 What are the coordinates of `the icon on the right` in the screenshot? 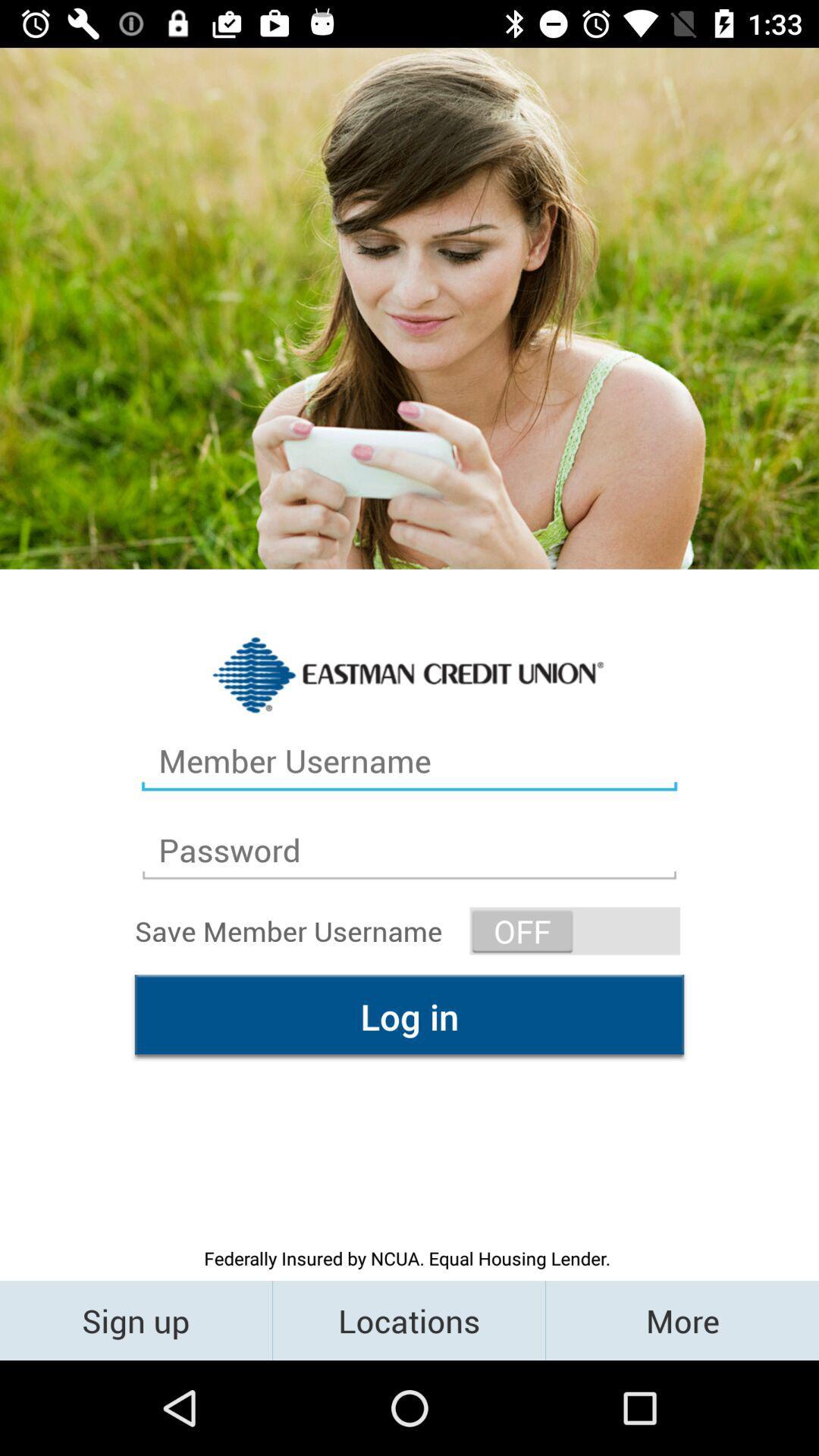 It's located at (575, 930).